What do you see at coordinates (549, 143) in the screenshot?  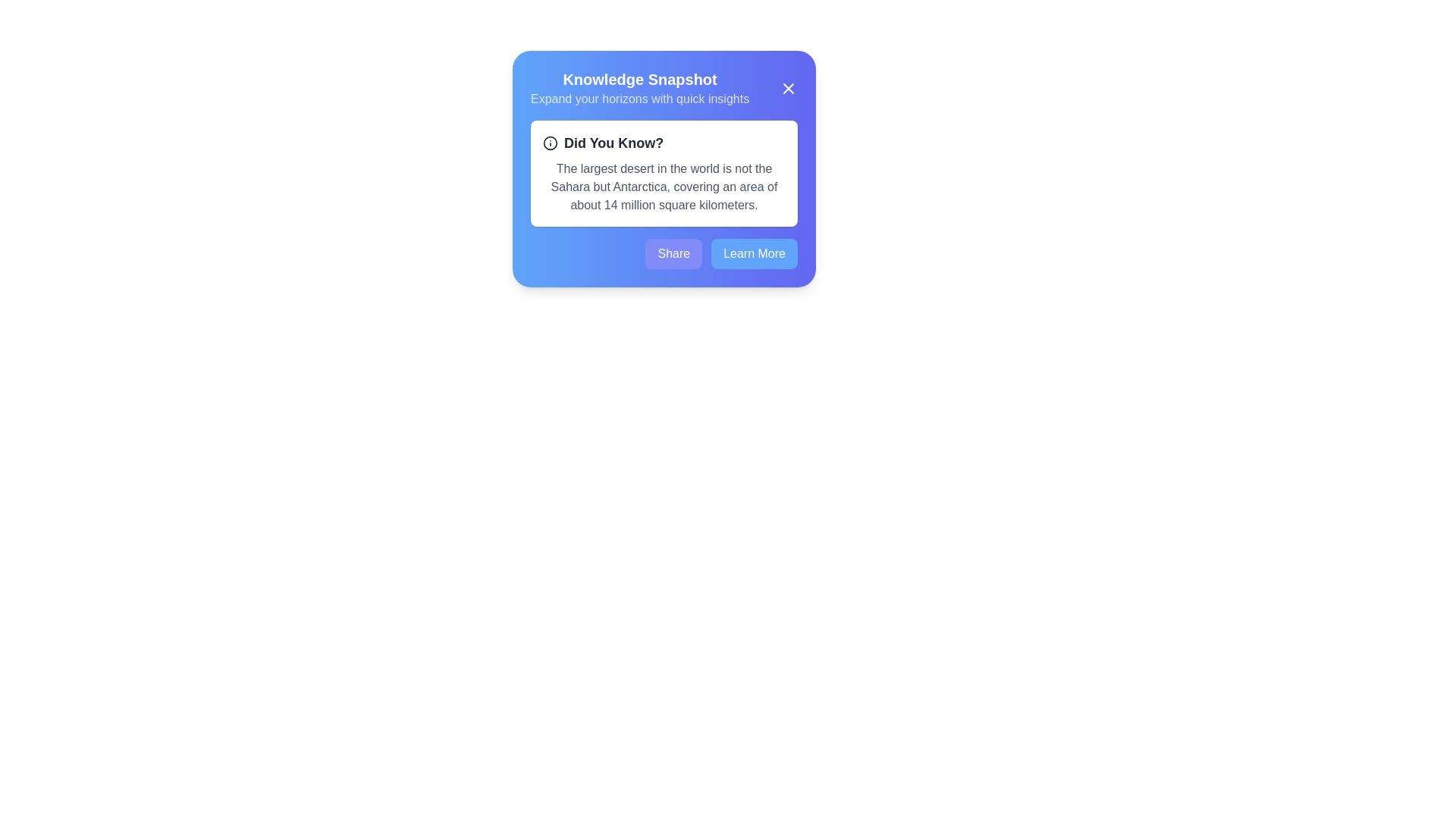 I see `the circular icon with an information symbol, located to the left of the 'Did You Know?' text in the 'Knowledge Snapshot' panel` at bounding box center [549, 143].